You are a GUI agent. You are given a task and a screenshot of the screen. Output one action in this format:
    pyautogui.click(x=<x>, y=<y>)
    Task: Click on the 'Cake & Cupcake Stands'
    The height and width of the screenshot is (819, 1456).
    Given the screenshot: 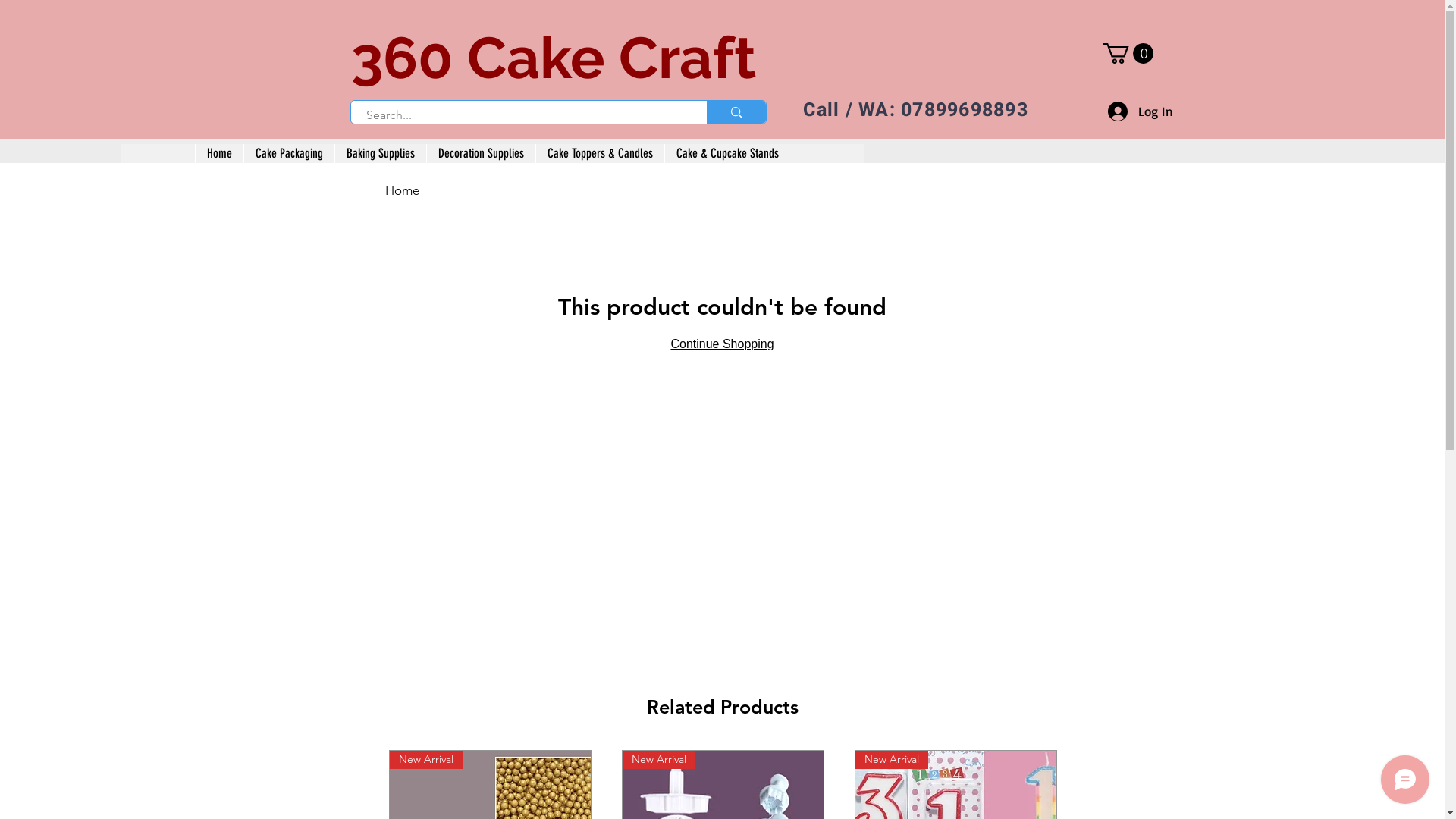 What is the action you would take?
    pyautogui.click(x=664, y=153)
    